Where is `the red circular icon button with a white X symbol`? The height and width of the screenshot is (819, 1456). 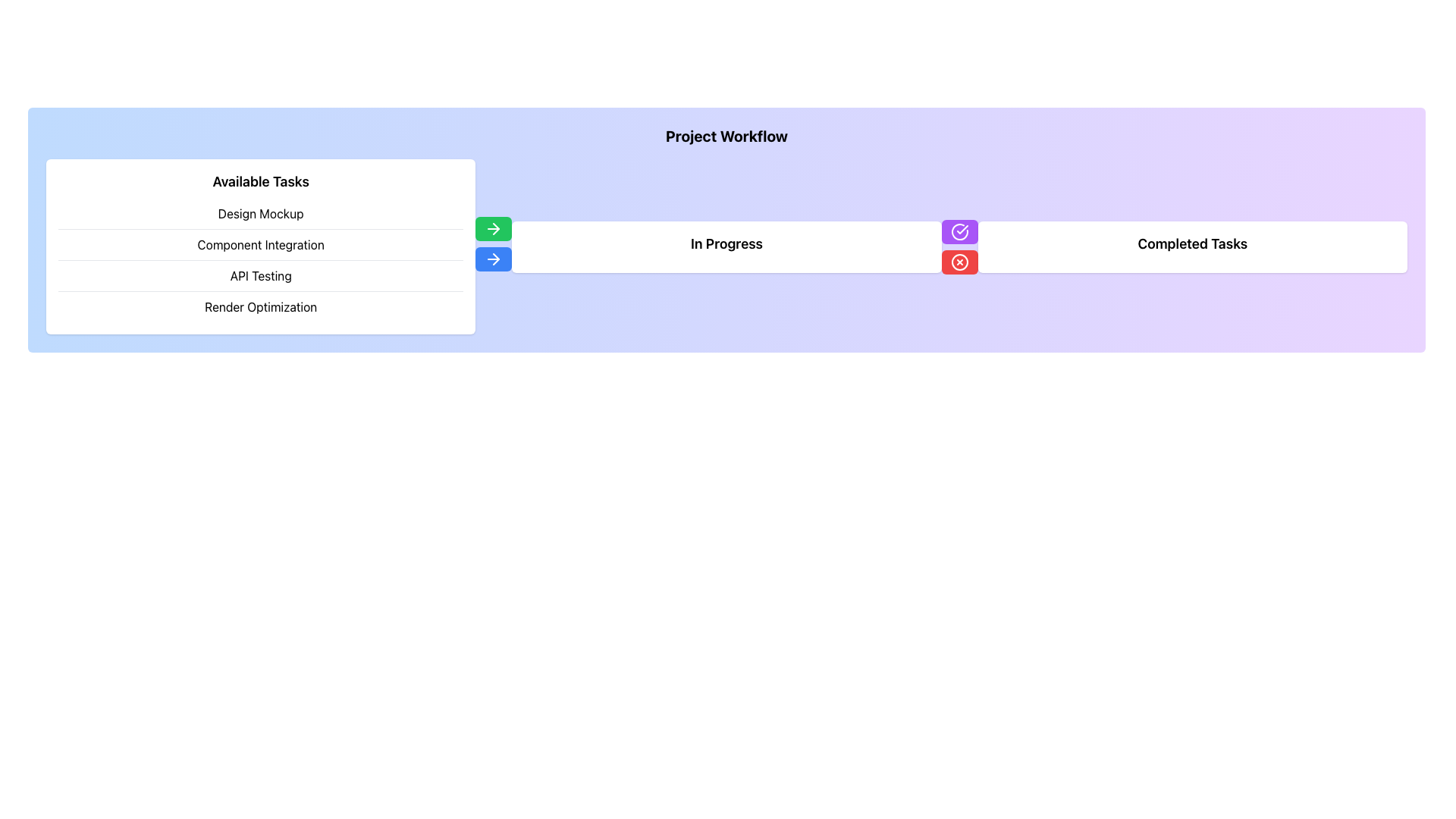
the red circular icon button with a white X symbol is located at coordinates (959, 261).